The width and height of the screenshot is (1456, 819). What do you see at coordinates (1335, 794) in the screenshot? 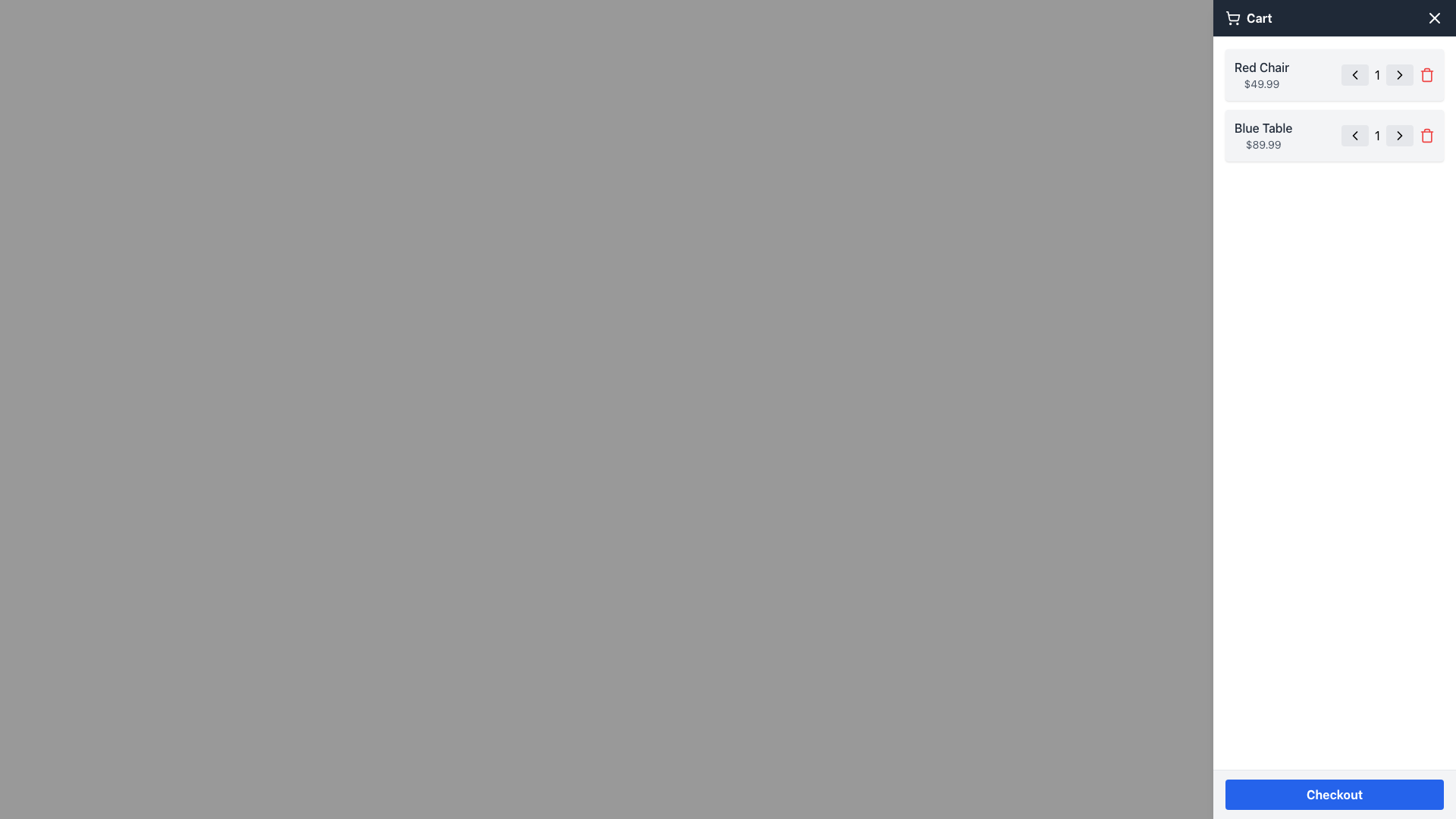
I see `the medium-sized rectangular button labeled 'Checkout' with a blue background to change its background color to a darker shade of blue, indicating interactivity` at bounding box center [1335, 794].